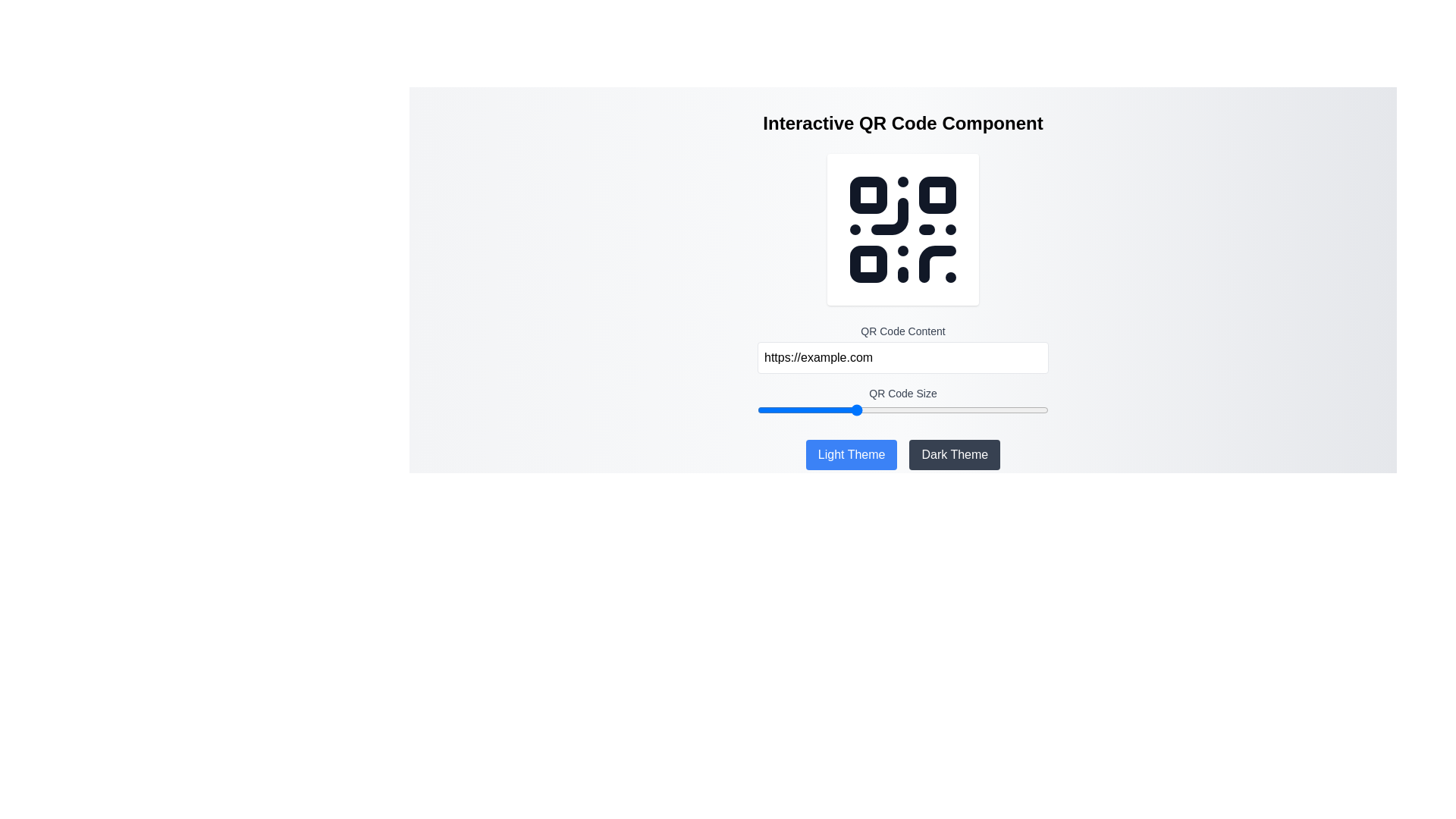  What do you see at coordinates (807, 409) in the screenshot?
I see `the QR Code size` at bounding box center [807, 409].